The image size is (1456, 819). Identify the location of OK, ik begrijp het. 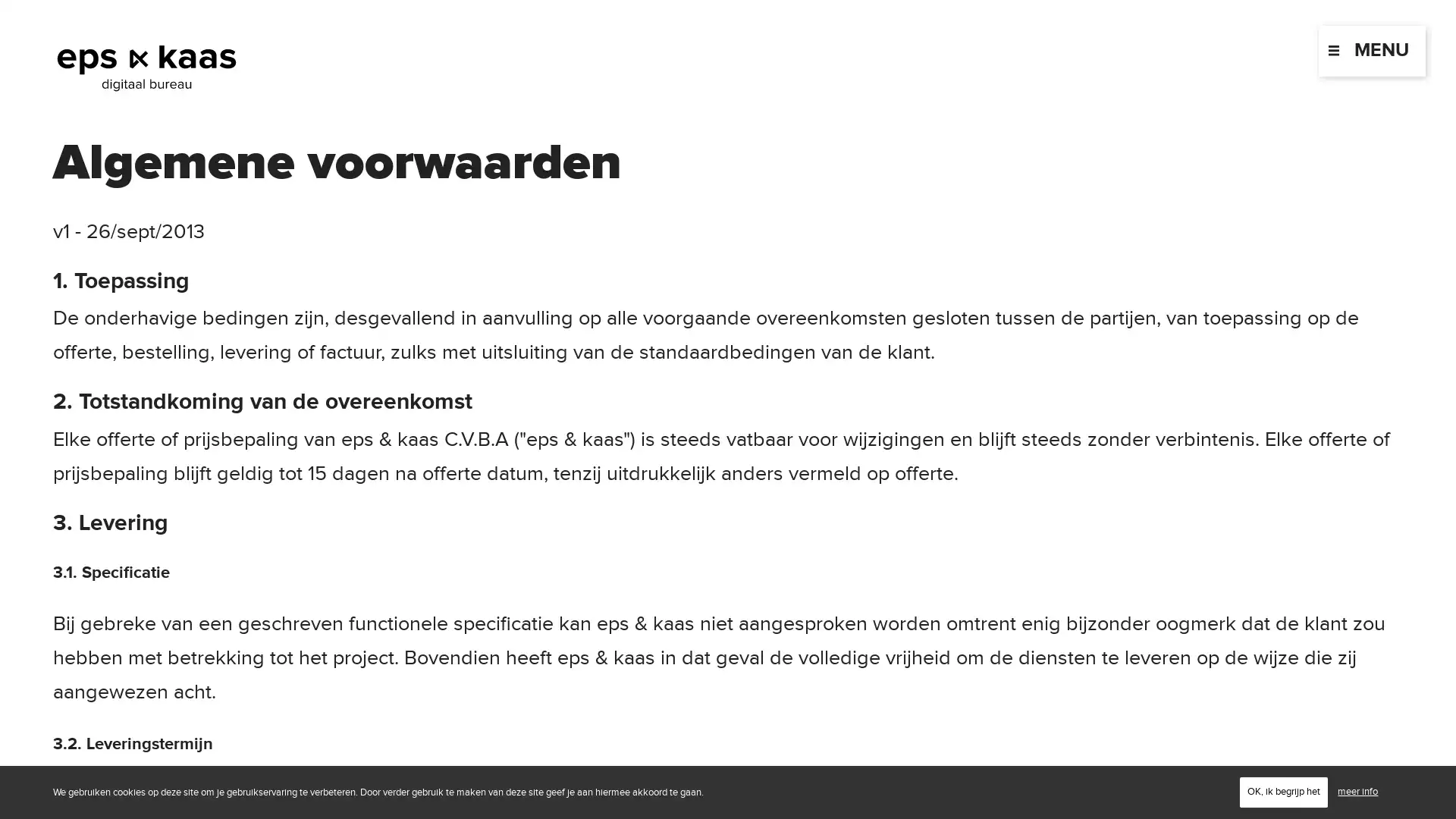
(1283, 791).